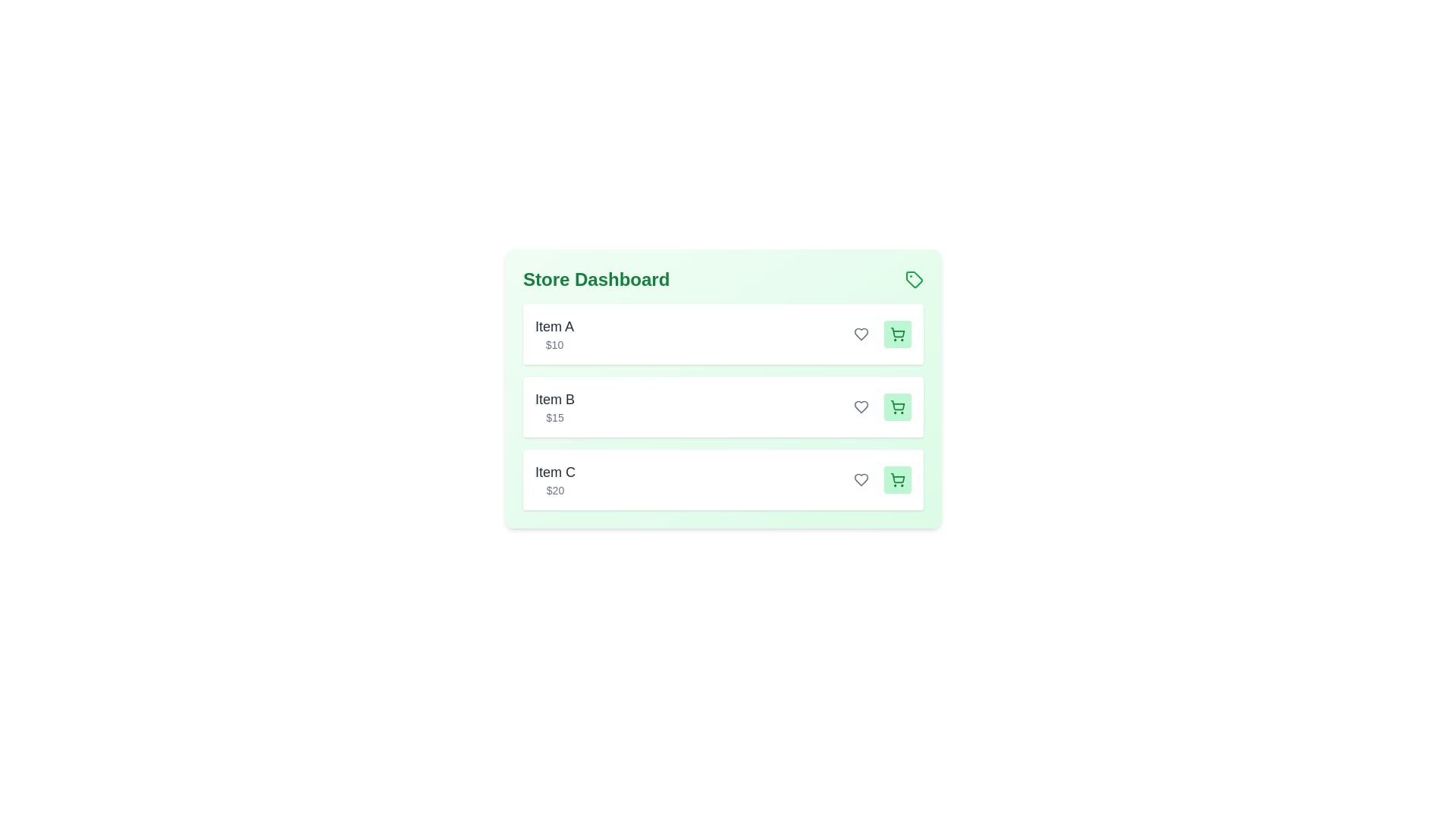 The width and height of the screenshot is (1456, 819). I want to click on the text label displaying the value '$10', which is styled in a smaller grey font and positioned below the 'Item A' label within the dashboard card, so click(554, 345).